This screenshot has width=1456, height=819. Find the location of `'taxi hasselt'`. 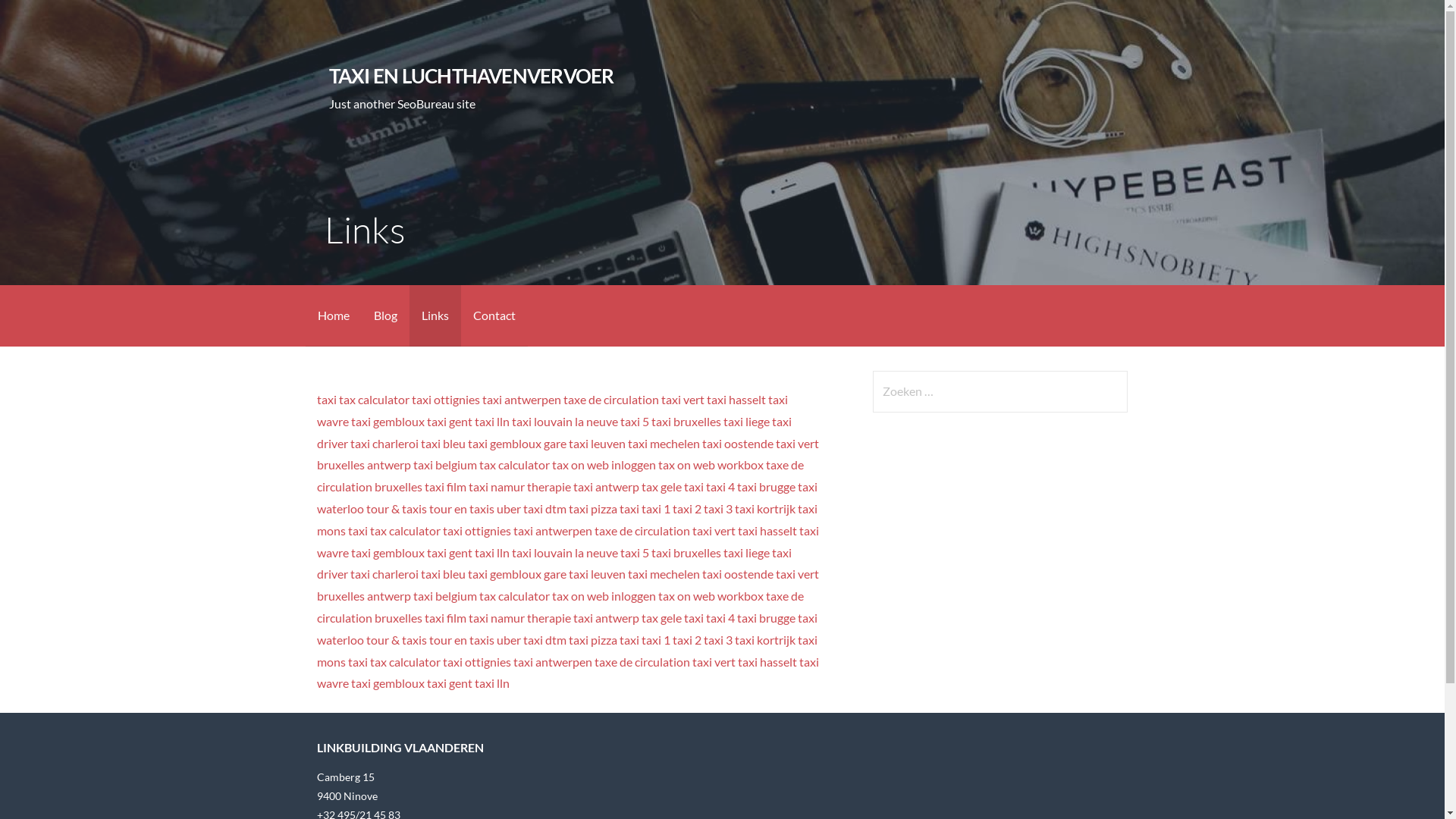

'taxi hasselt' is located at coordinates (736, 398).